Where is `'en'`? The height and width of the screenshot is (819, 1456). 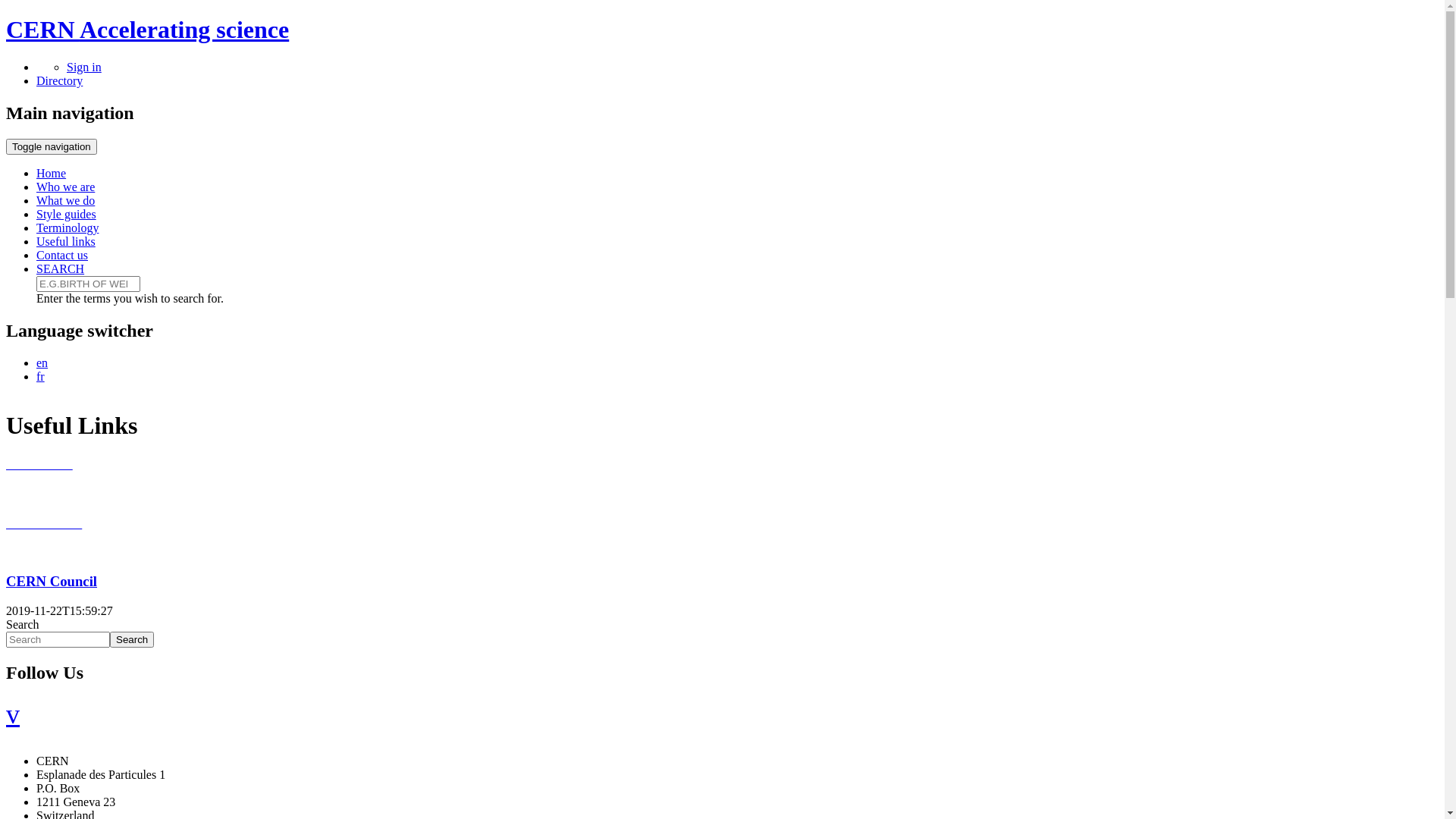
'en' is located at coordinates (42, 362).